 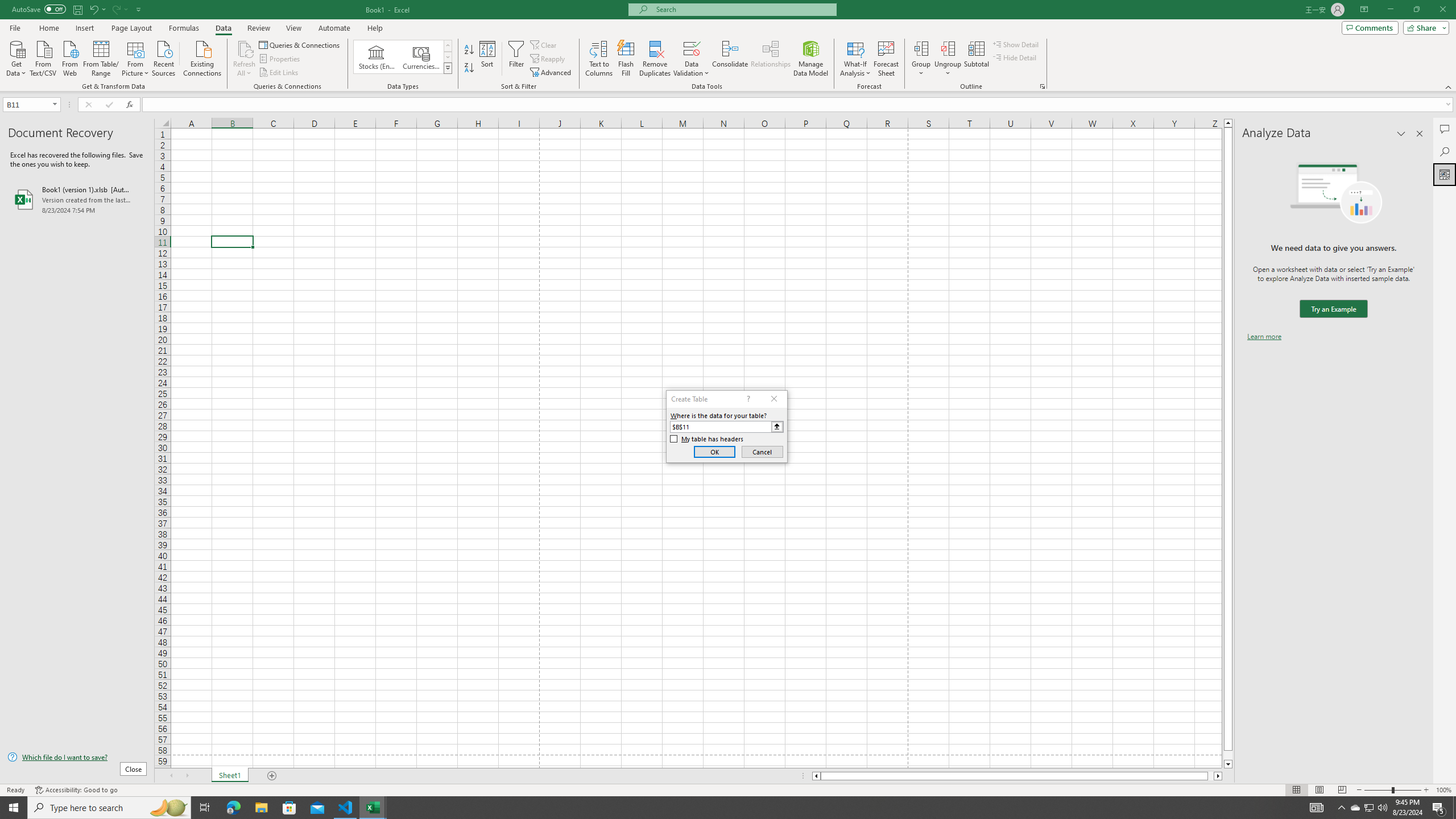 I want to click on 'Recent Sources', so click(x=164, y=57).